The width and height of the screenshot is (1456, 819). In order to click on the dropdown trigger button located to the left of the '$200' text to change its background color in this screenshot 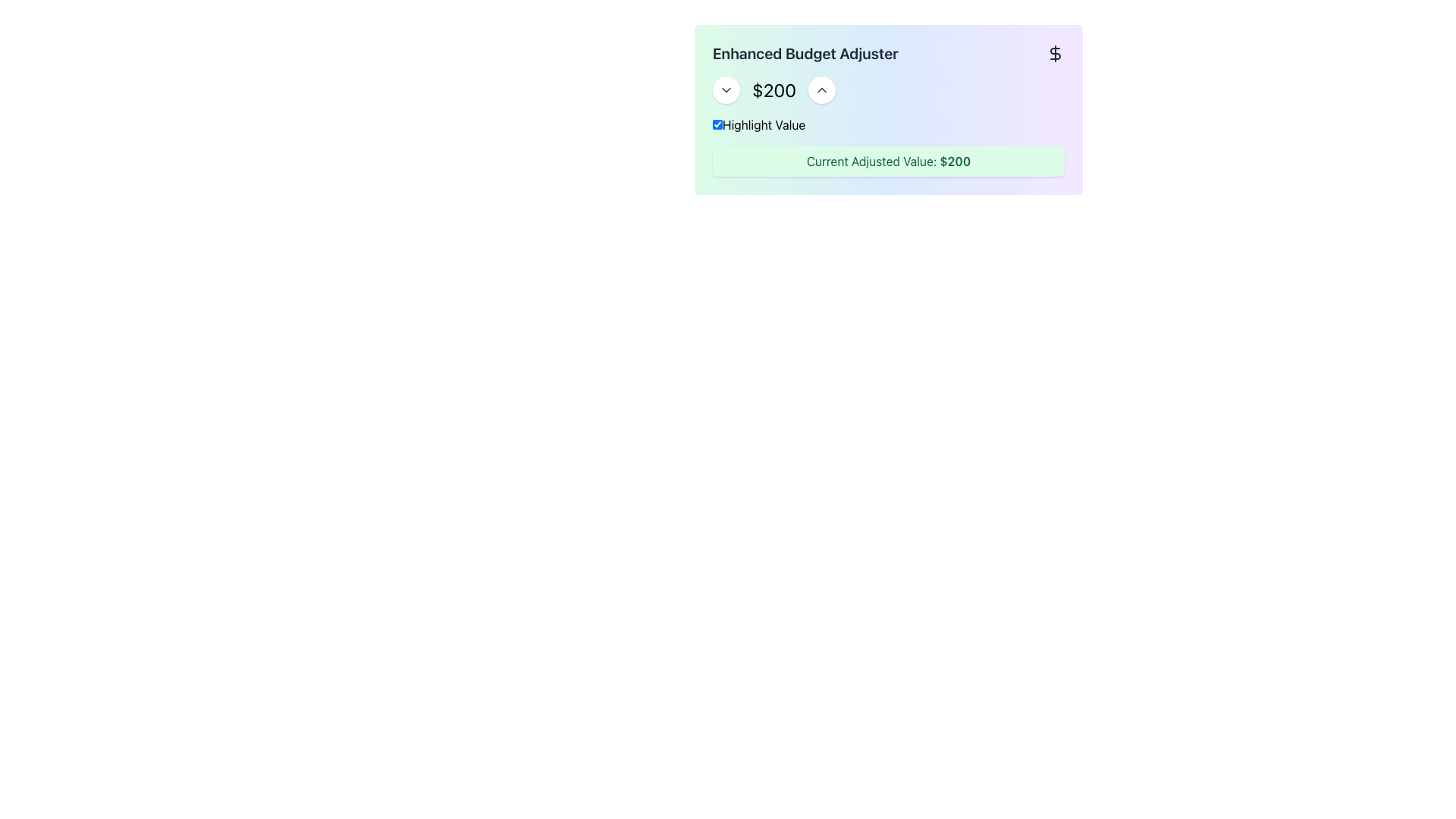, I will do `click(726, 90)`.